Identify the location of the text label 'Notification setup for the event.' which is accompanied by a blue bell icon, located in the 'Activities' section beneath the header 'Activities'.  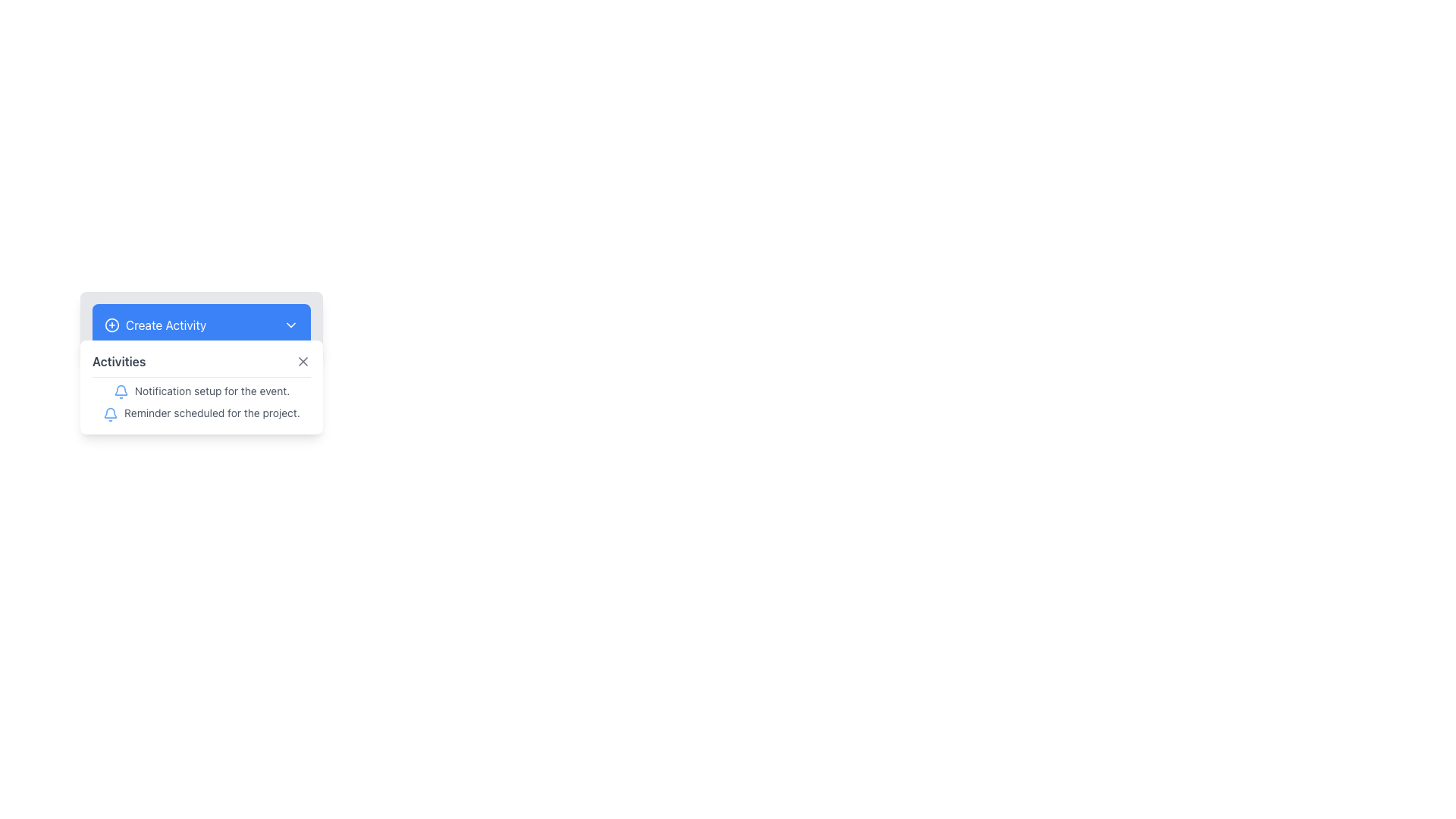
(200, 391).